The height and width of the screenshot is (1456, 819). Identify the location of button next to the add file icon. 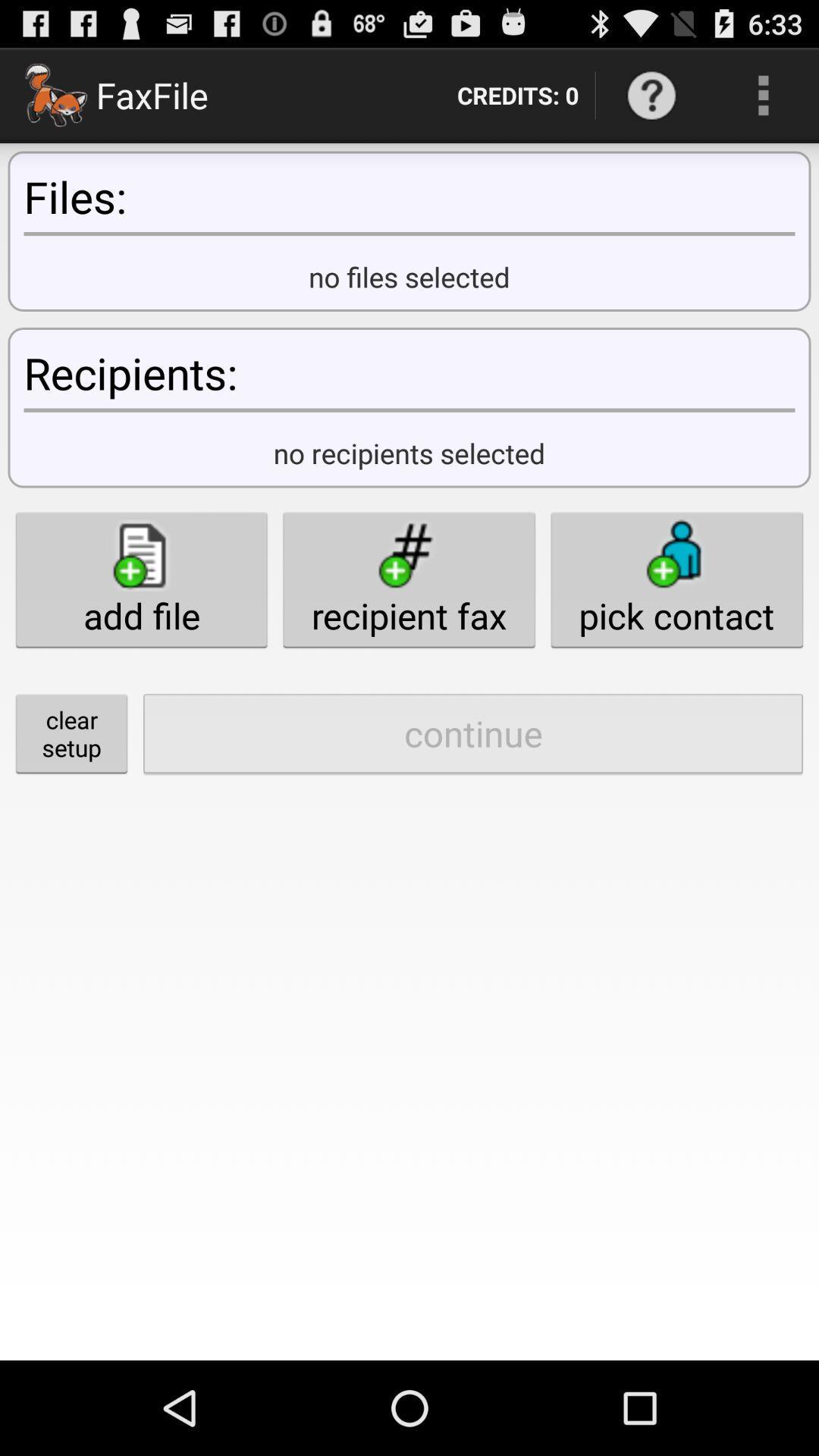
(408, 579).